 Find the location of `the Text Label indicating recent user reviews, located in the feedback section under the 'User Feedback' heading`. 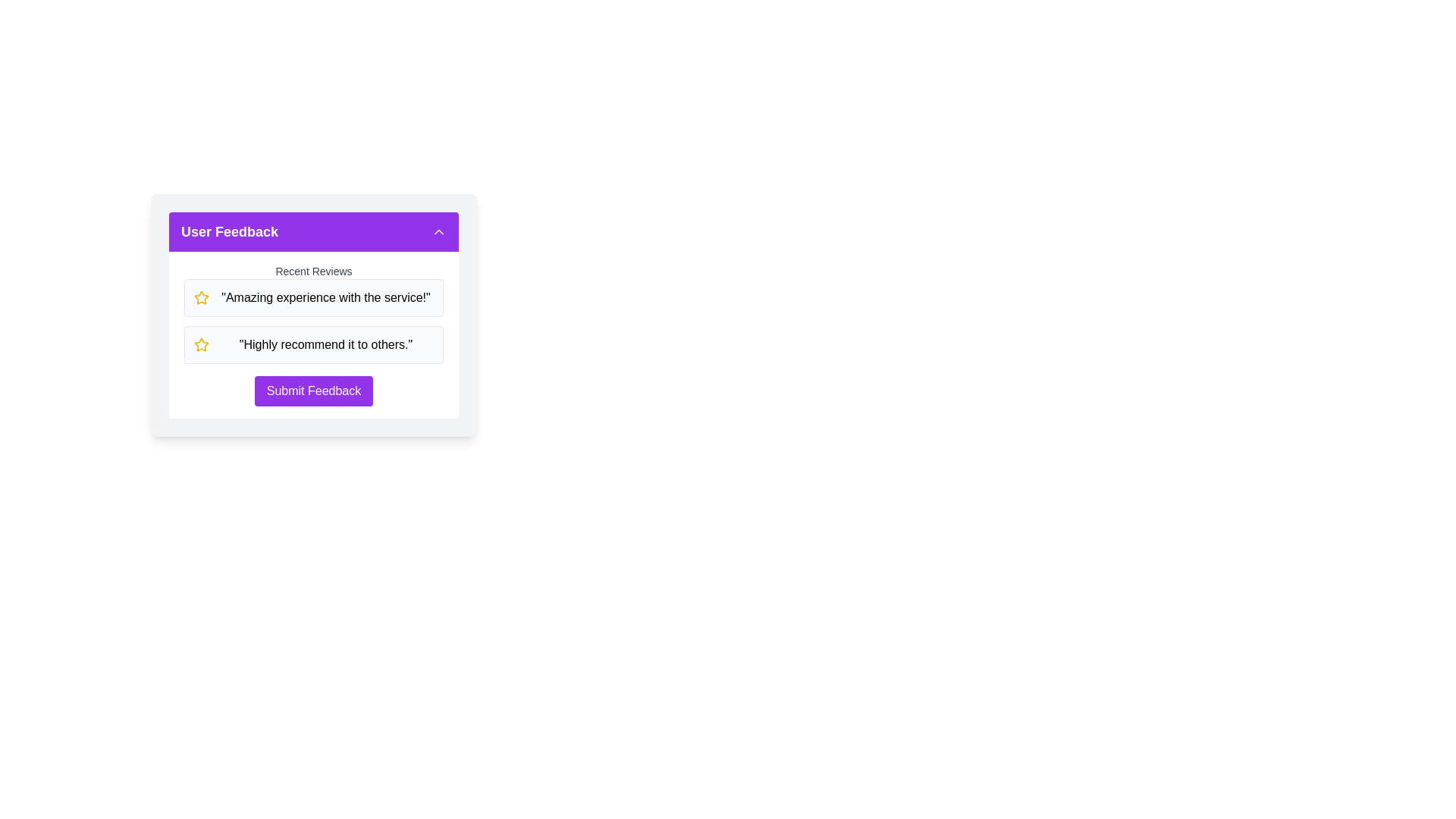

the Text Label indicating recent user reviews, located in the feedback section under the 'User Feedback' heading is located at coordinates (312, 271).